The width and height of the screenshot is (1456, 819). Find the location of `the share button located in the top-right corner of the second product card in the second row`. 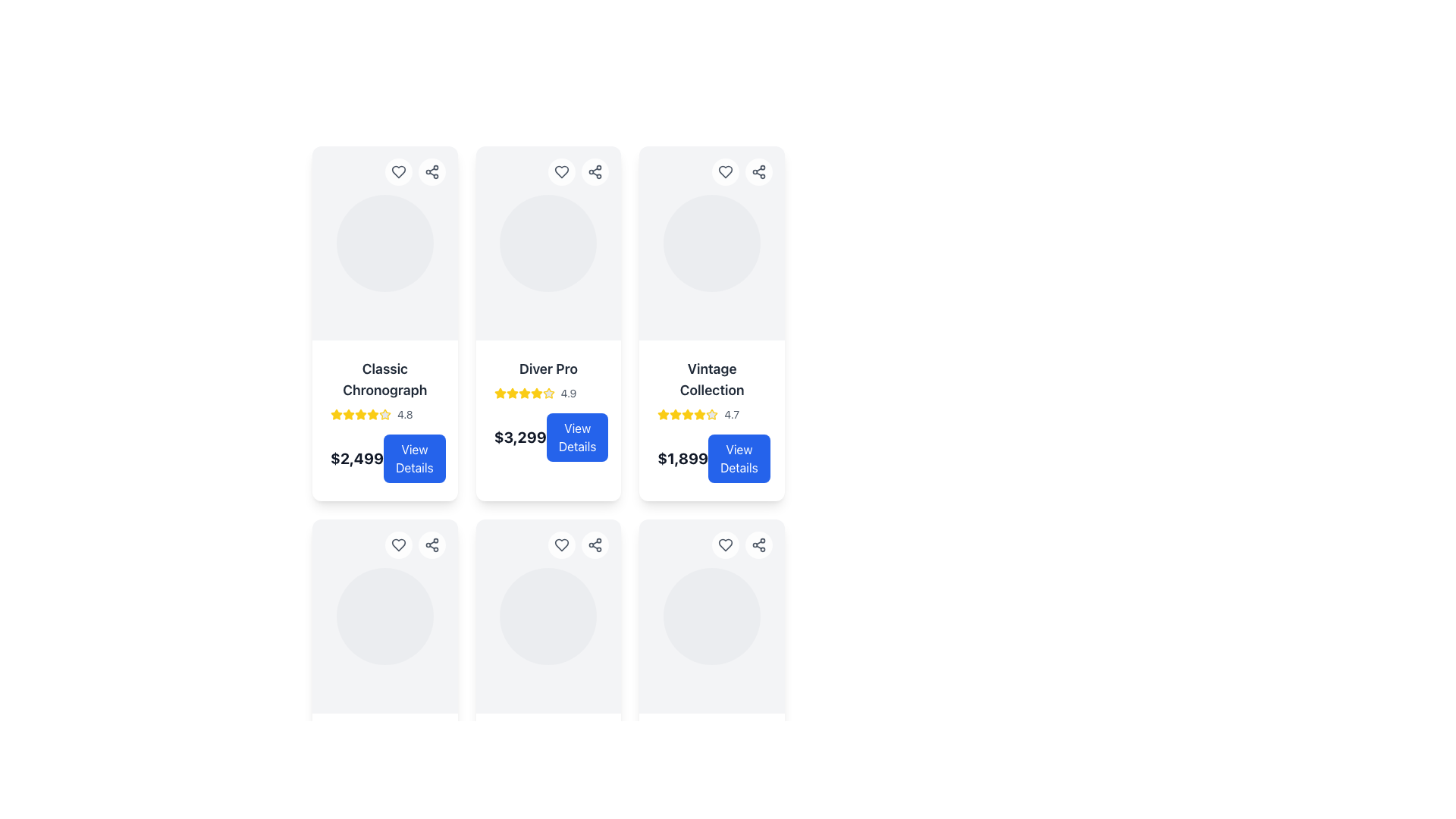

the share button located in the top-right corner of the second product card in the second row is located at coordinates (595, 544).